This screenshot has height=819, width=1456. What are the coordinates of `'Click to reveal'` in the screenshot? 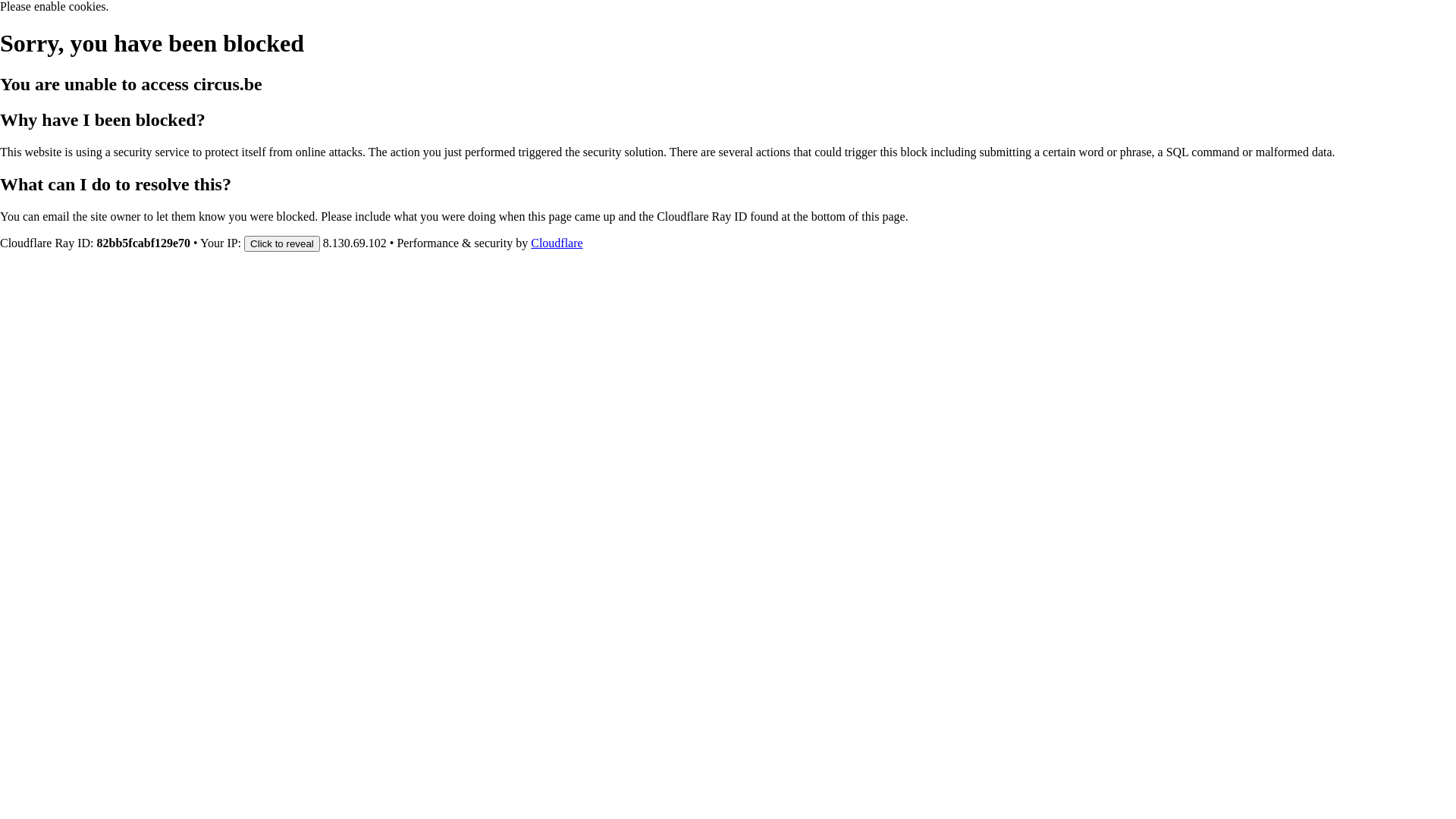 It's located at (281, 242).